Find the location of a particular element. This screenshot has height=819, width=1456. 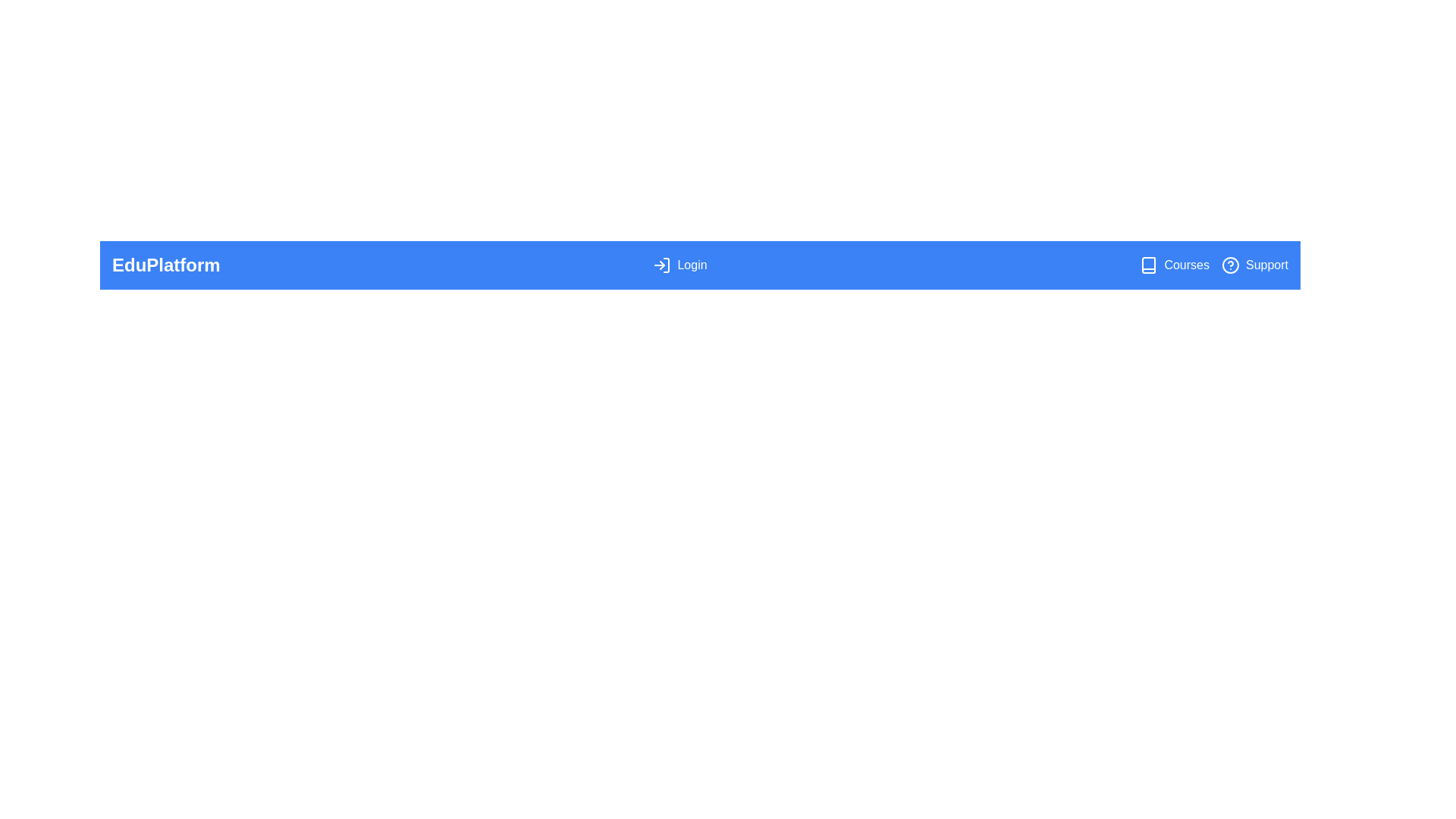

the support/help button located in the top-right corner of the interface, adjacent to the 'Courses' text and icon is located at coordinates (1255, 265).